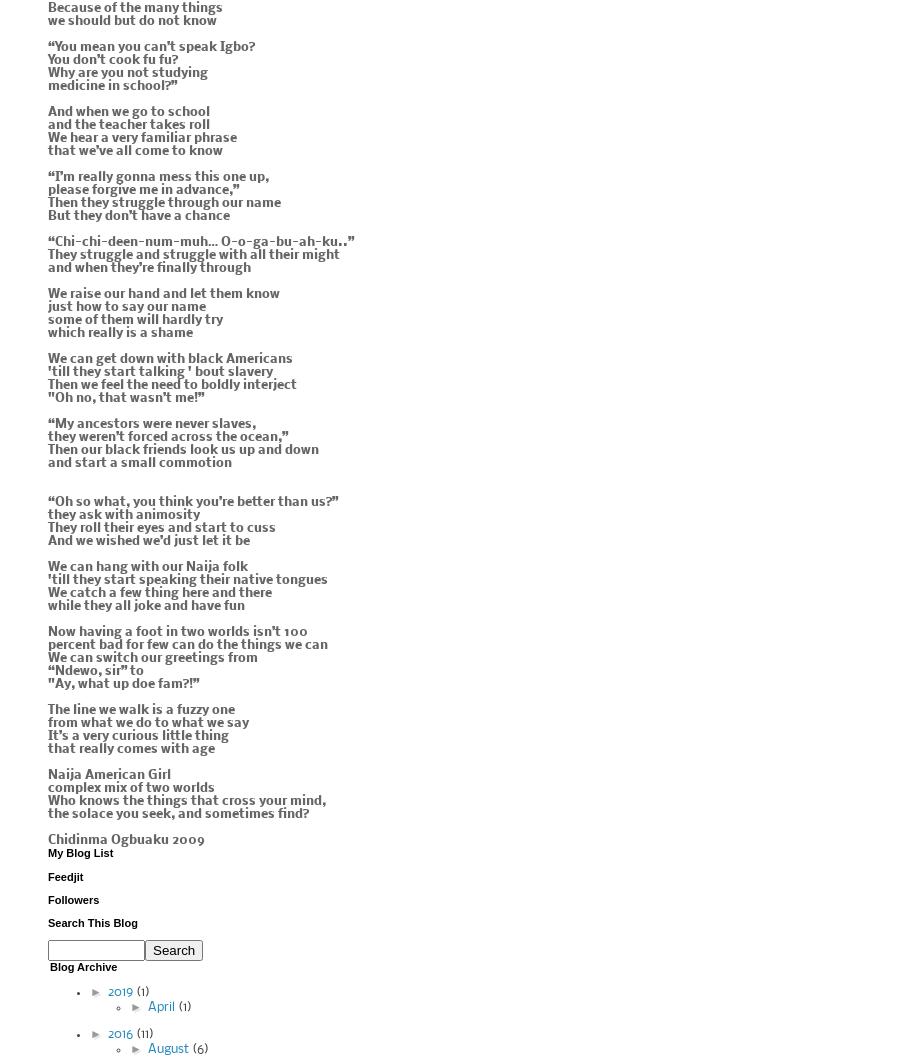 The width and height of the screenshot is (908, 1058). What do you see at coordinates (48, 736) in the screenshot?
I see `'It’s a very curious little thing'` at bounding box center [48, 736].